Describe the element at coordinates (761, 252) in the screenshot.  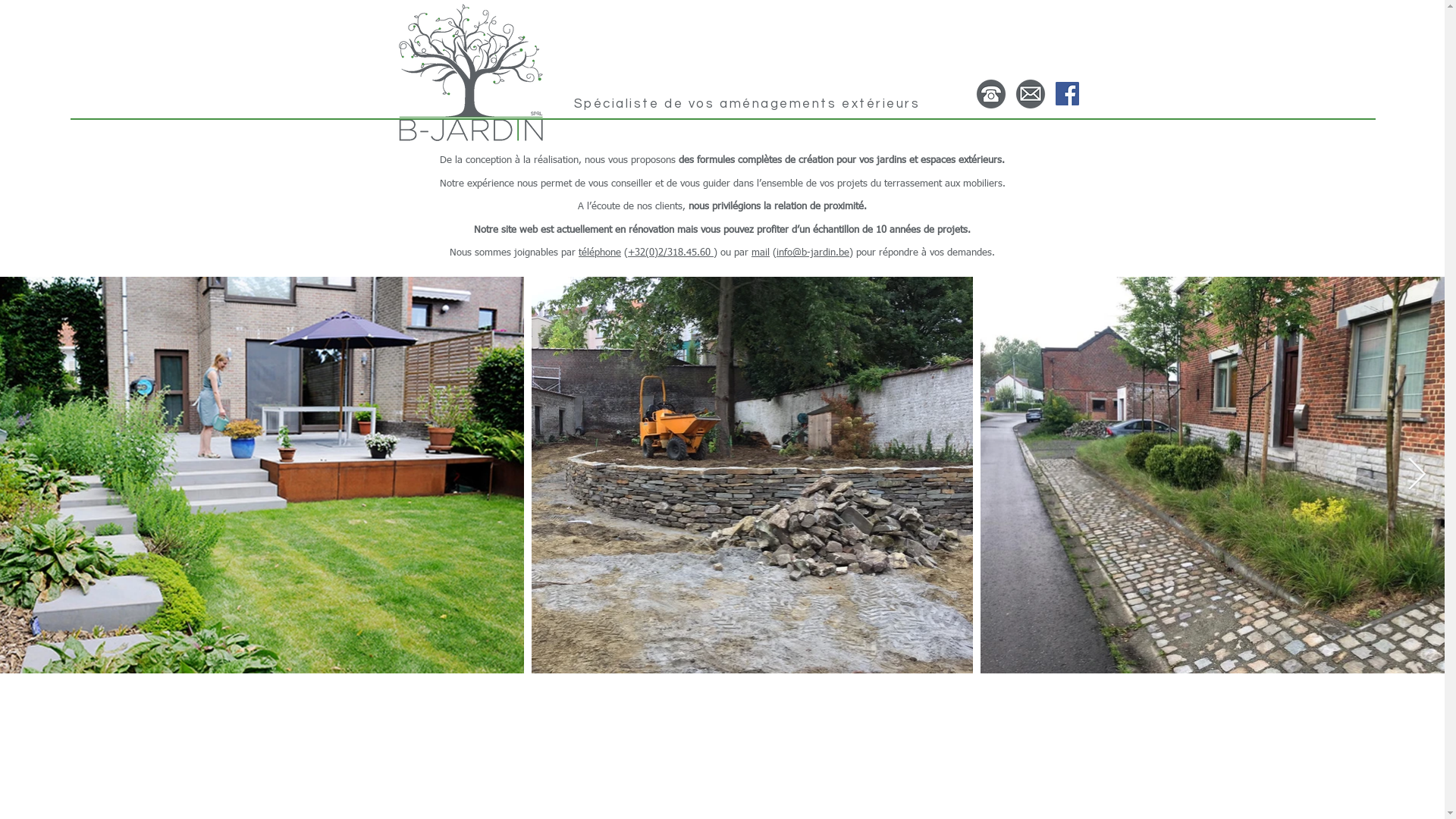
I see `'mail'` at that location.